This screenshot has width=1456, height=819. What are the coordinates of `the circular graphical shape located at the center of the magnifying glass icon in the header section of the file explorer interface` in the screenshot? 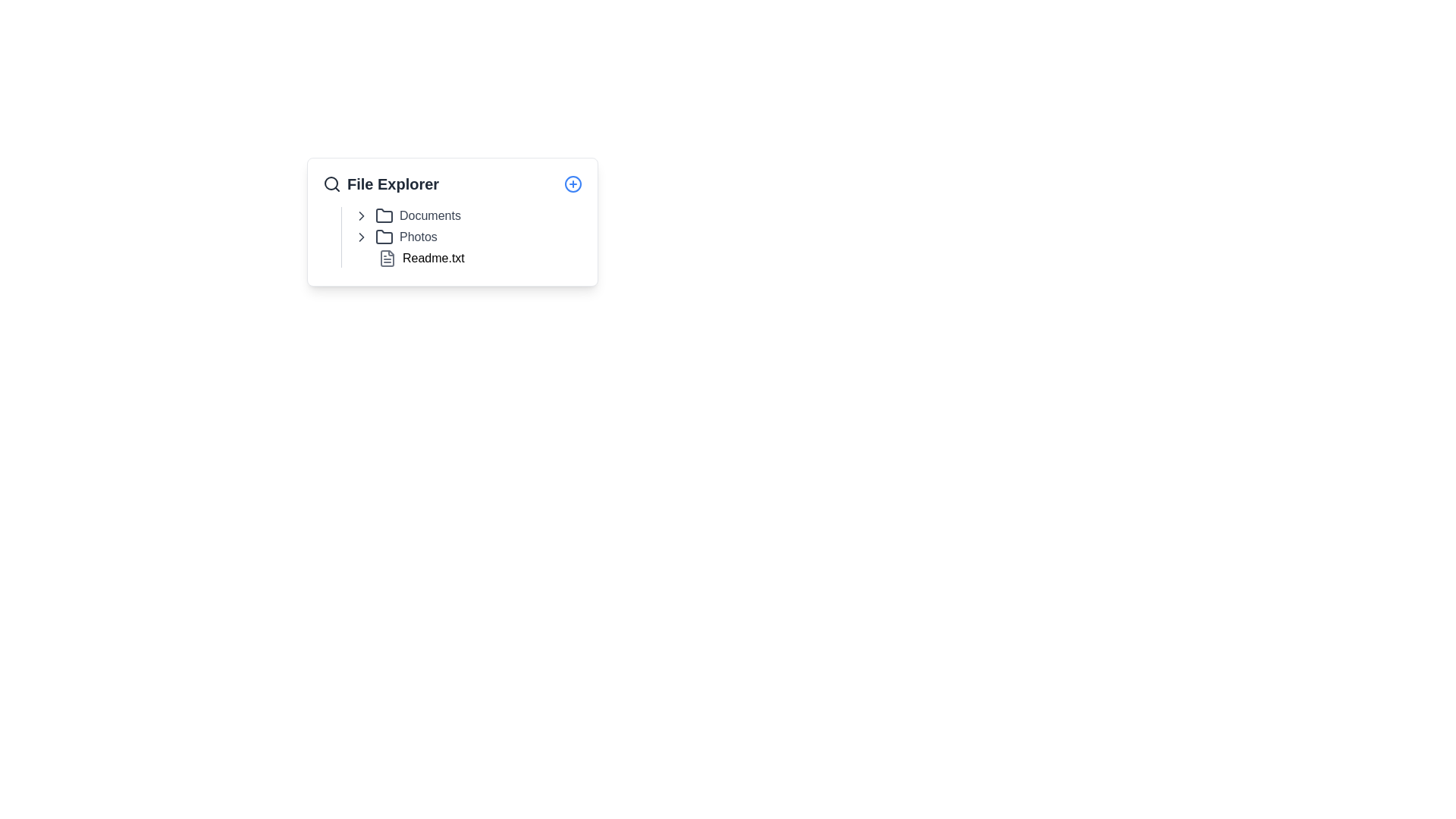 It's located at (330, 183).